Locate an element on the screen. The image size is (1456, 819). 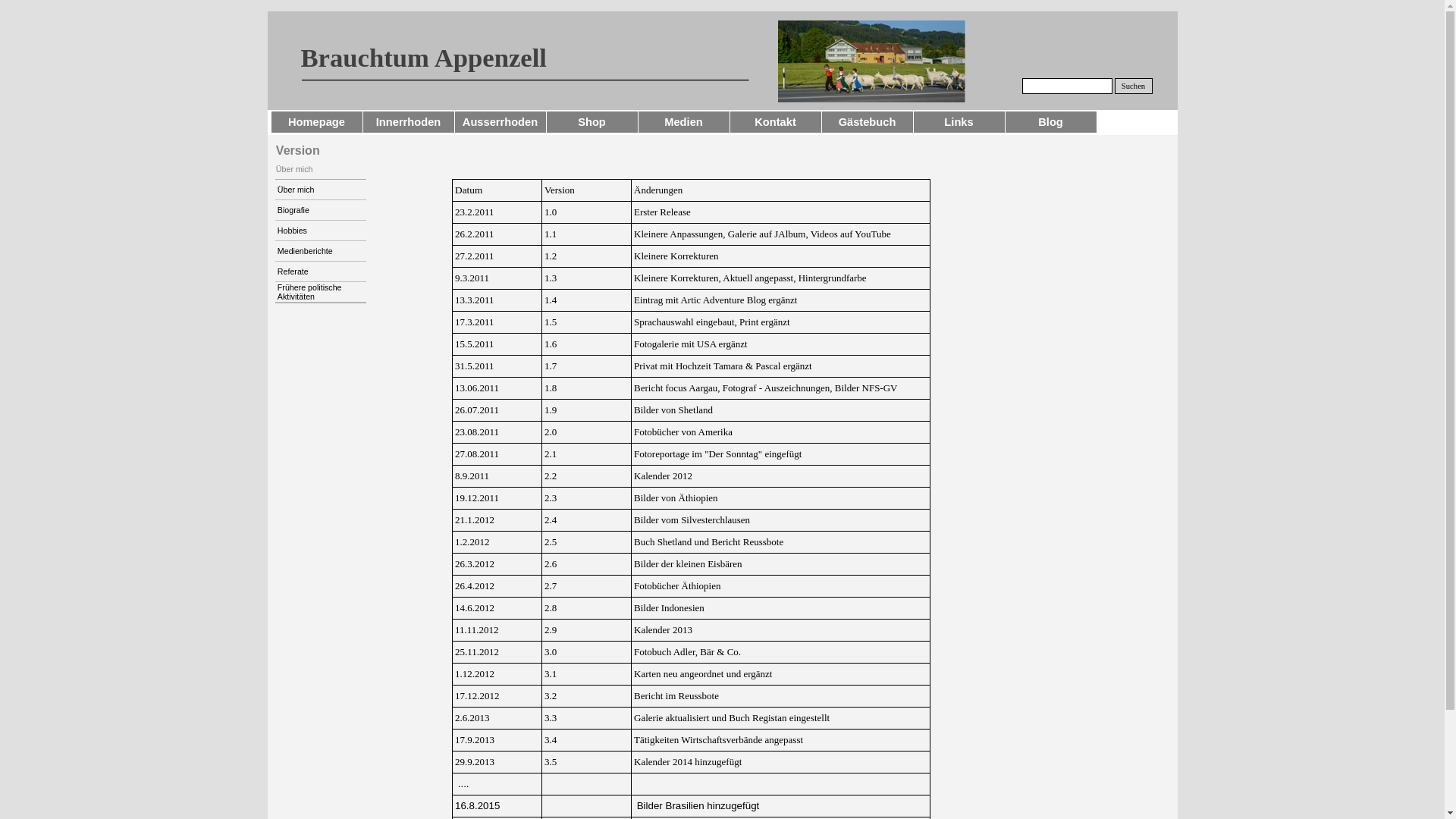
'Biografie' is located at coordinates (319, 210).